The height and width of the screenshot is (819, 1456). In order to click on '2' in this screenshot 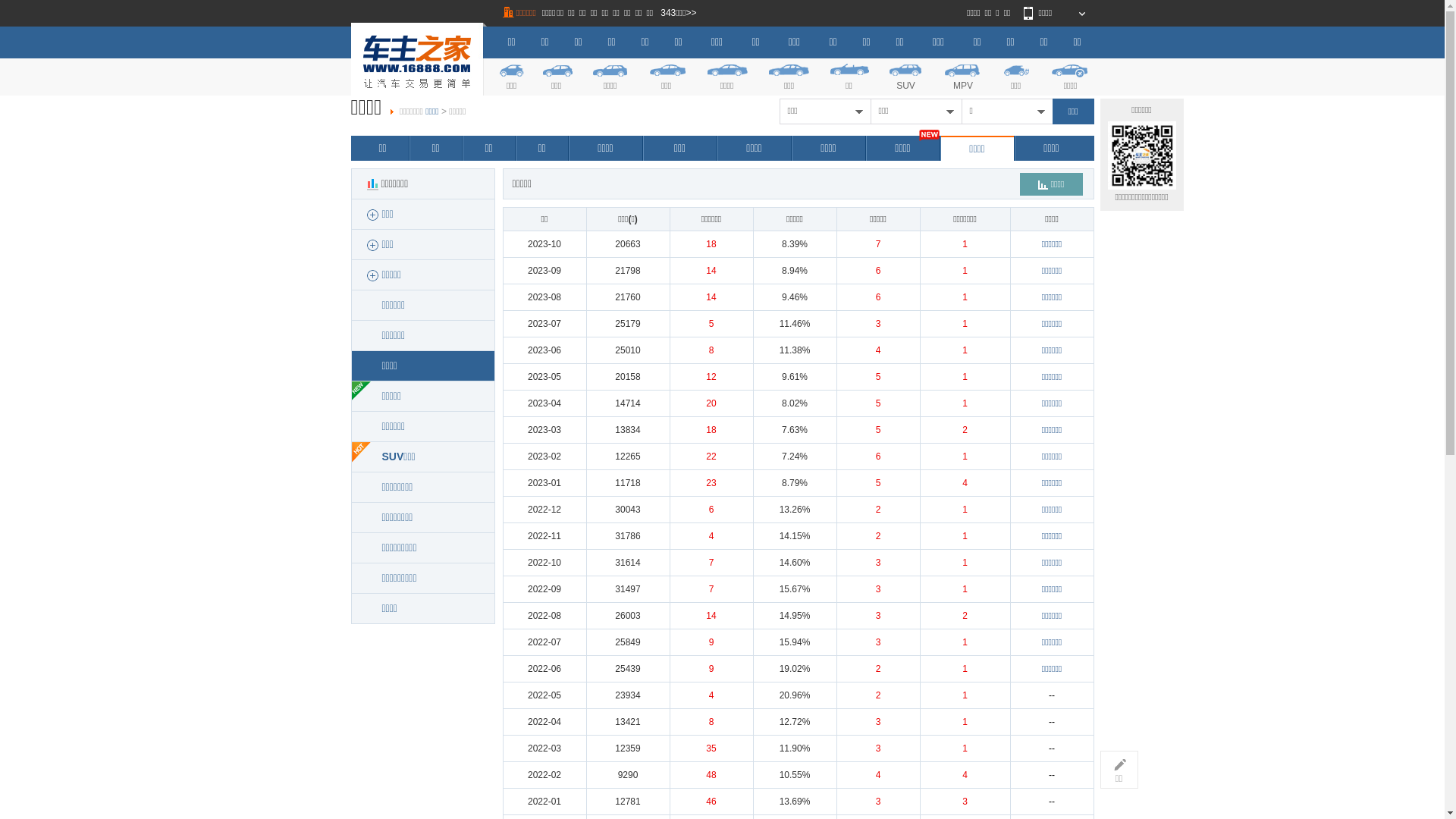, I will do `click(878, 509)`.